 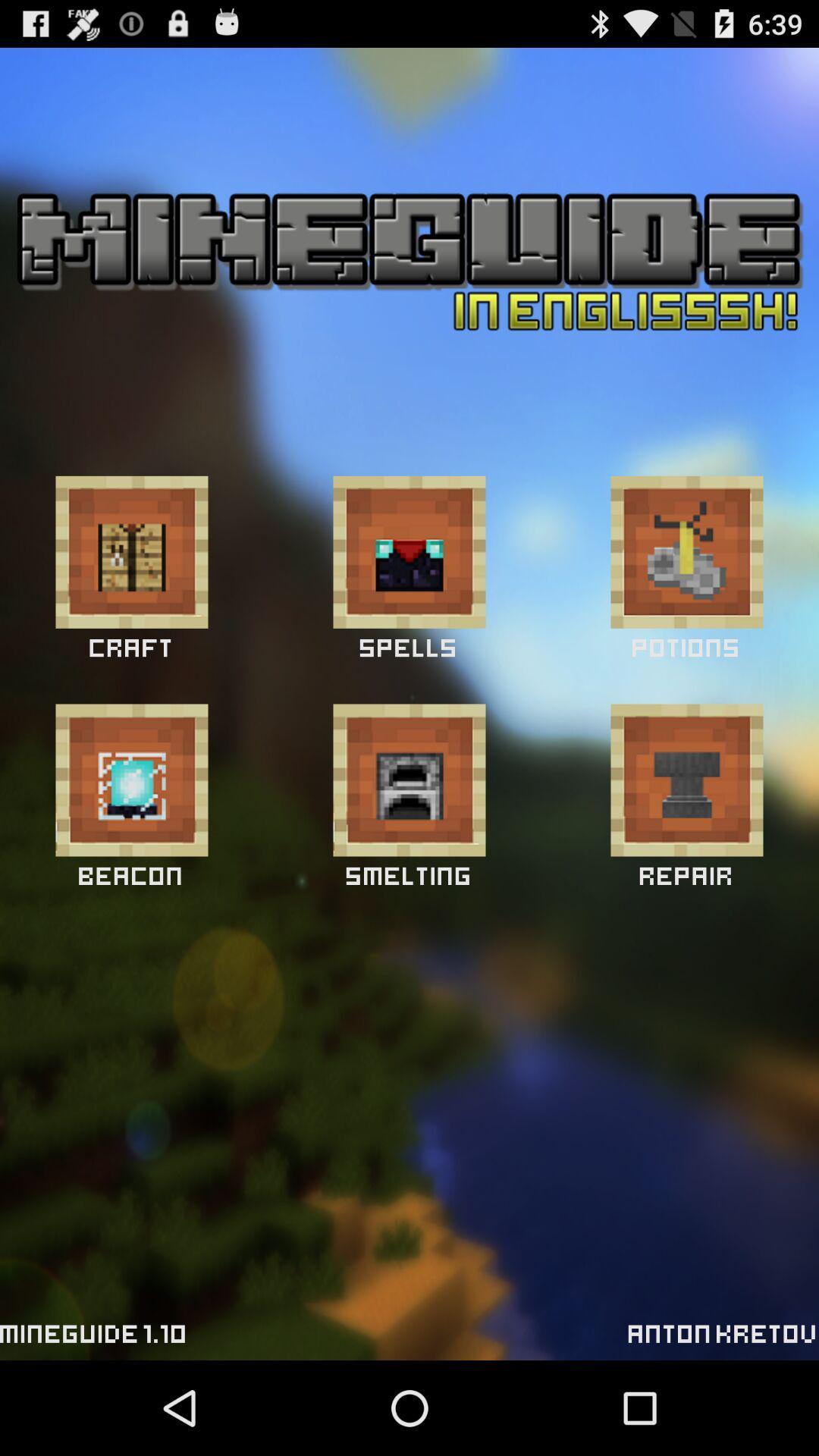 I want to click on the date_range icon, so click(x=130, y=590).